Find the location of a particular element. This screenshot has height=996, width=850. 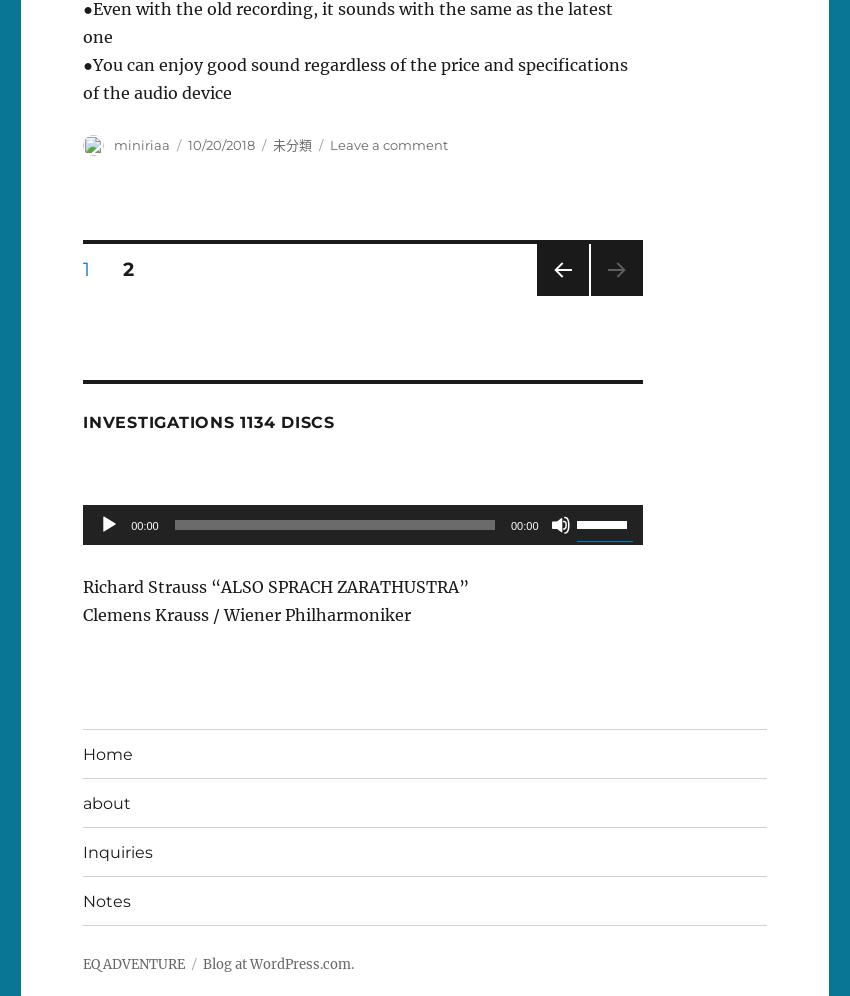

'Clemens Krauss / Wiener Philharmoniker' is located at coordinates (247, 615).